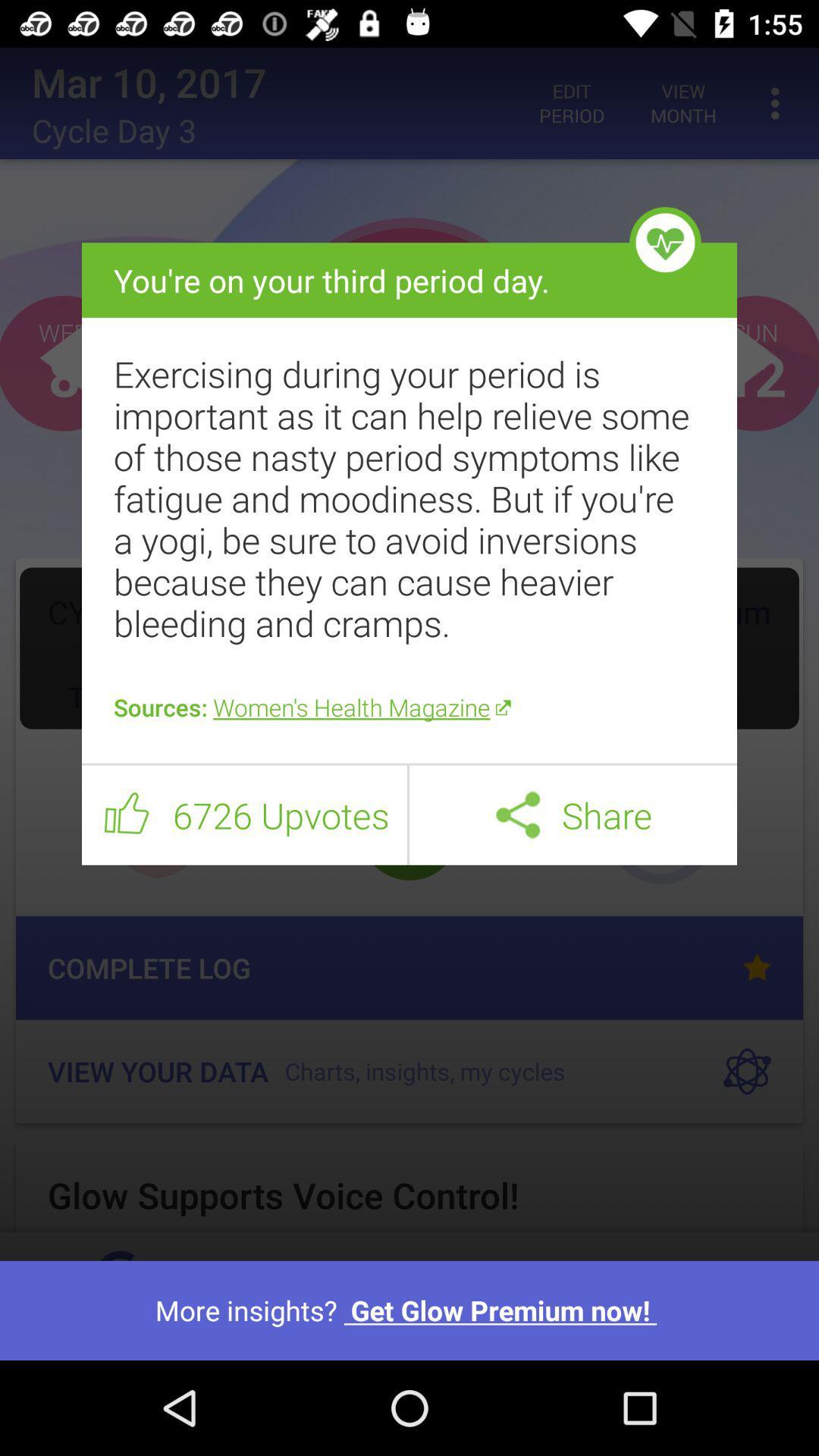 This screenshot has width=819, height=1456. What do you see at coordinates (126, 814) in the screenshot?
I see `the icon to the left of 6726 upvotes` at bounding box center [126, 814].